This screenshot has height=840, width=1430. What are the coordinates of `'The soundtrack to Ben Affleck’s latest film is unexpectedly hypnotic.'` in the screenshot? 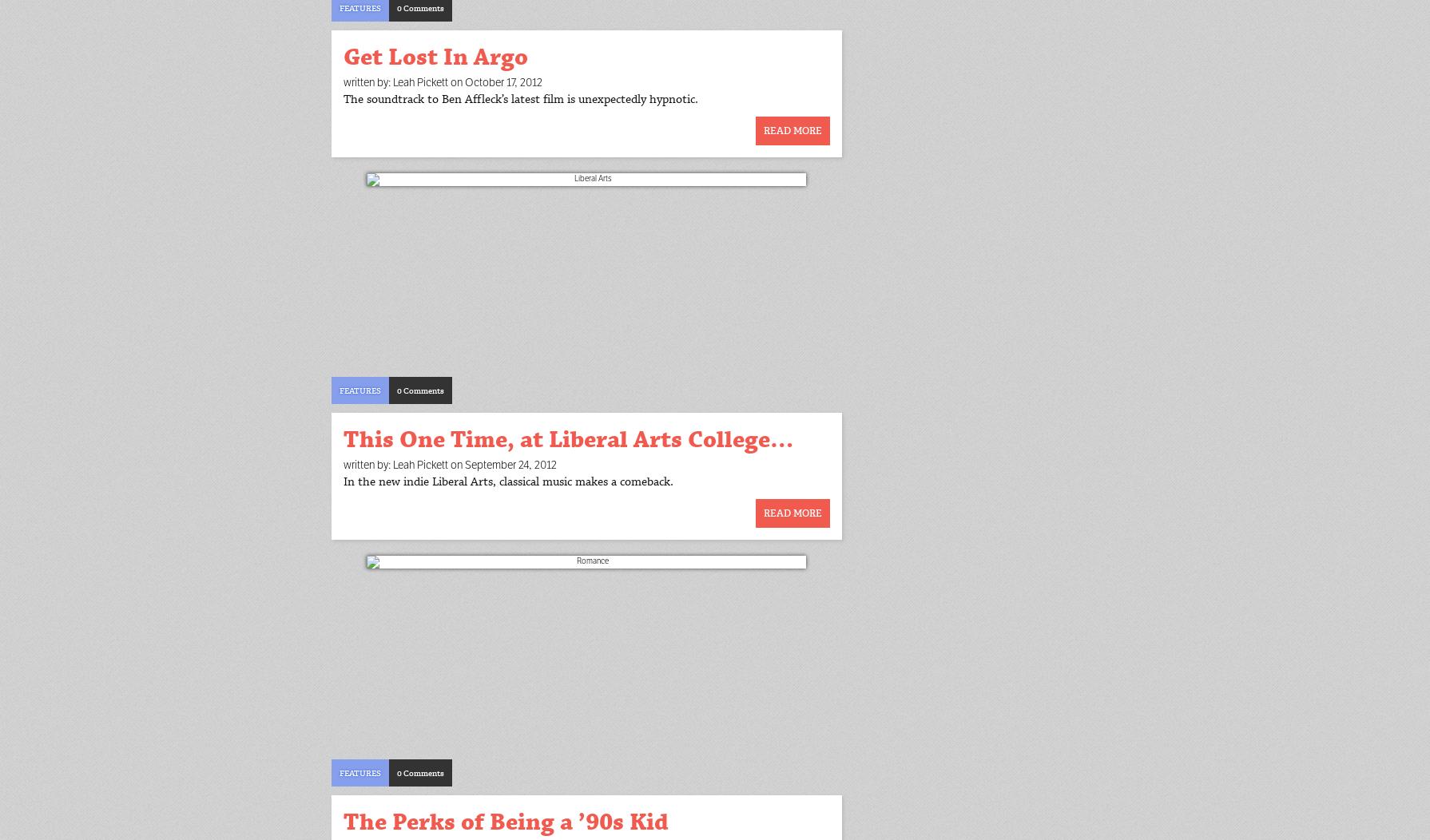 It's located at (519, 99).